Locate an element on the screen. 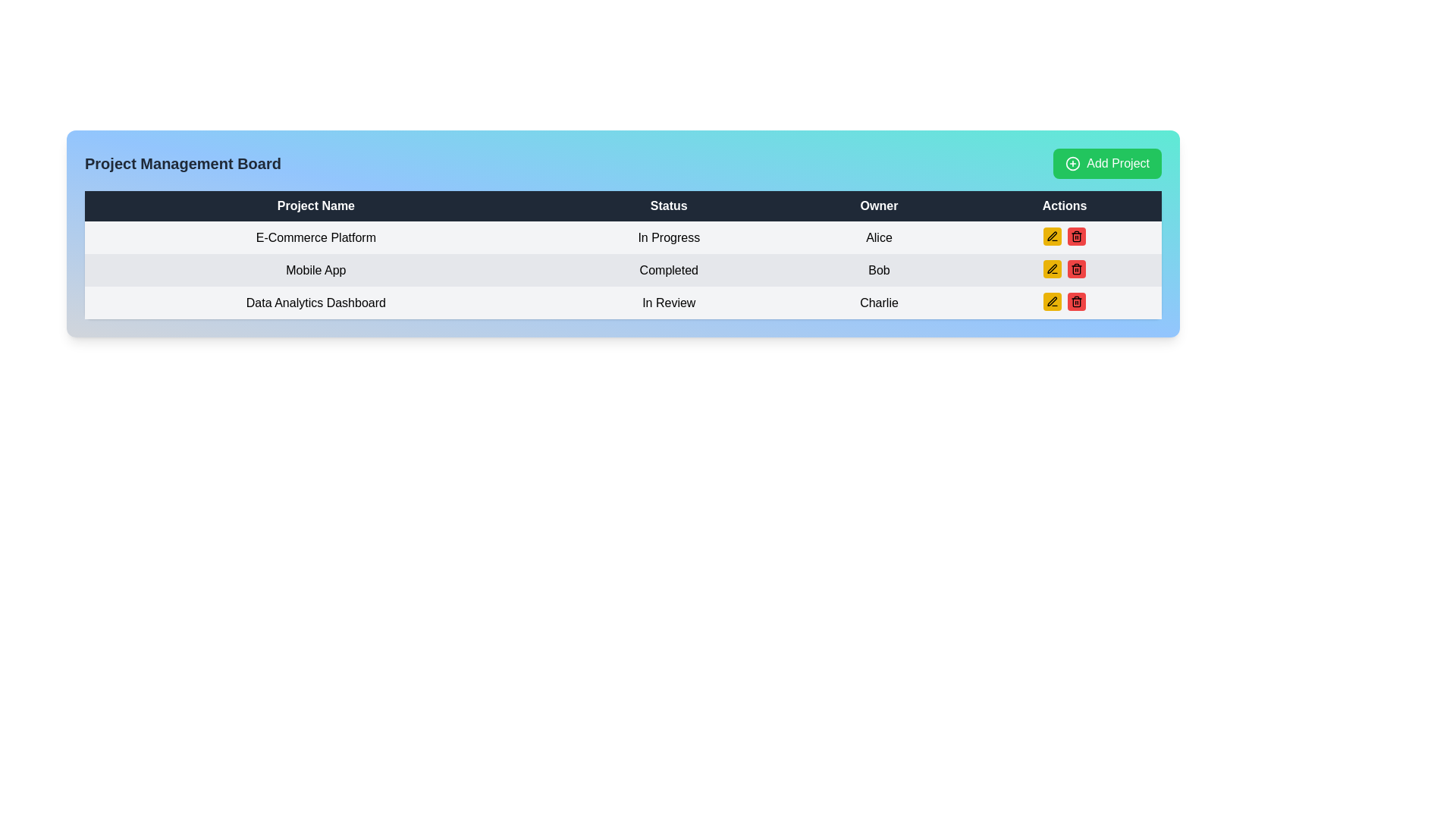 Image resolution: width=1456 pixels, height=819 pixels. the trash can icon button with a red background located in the middle row of the action column in the table to indicate focus is located at coordinates (1076, 301).